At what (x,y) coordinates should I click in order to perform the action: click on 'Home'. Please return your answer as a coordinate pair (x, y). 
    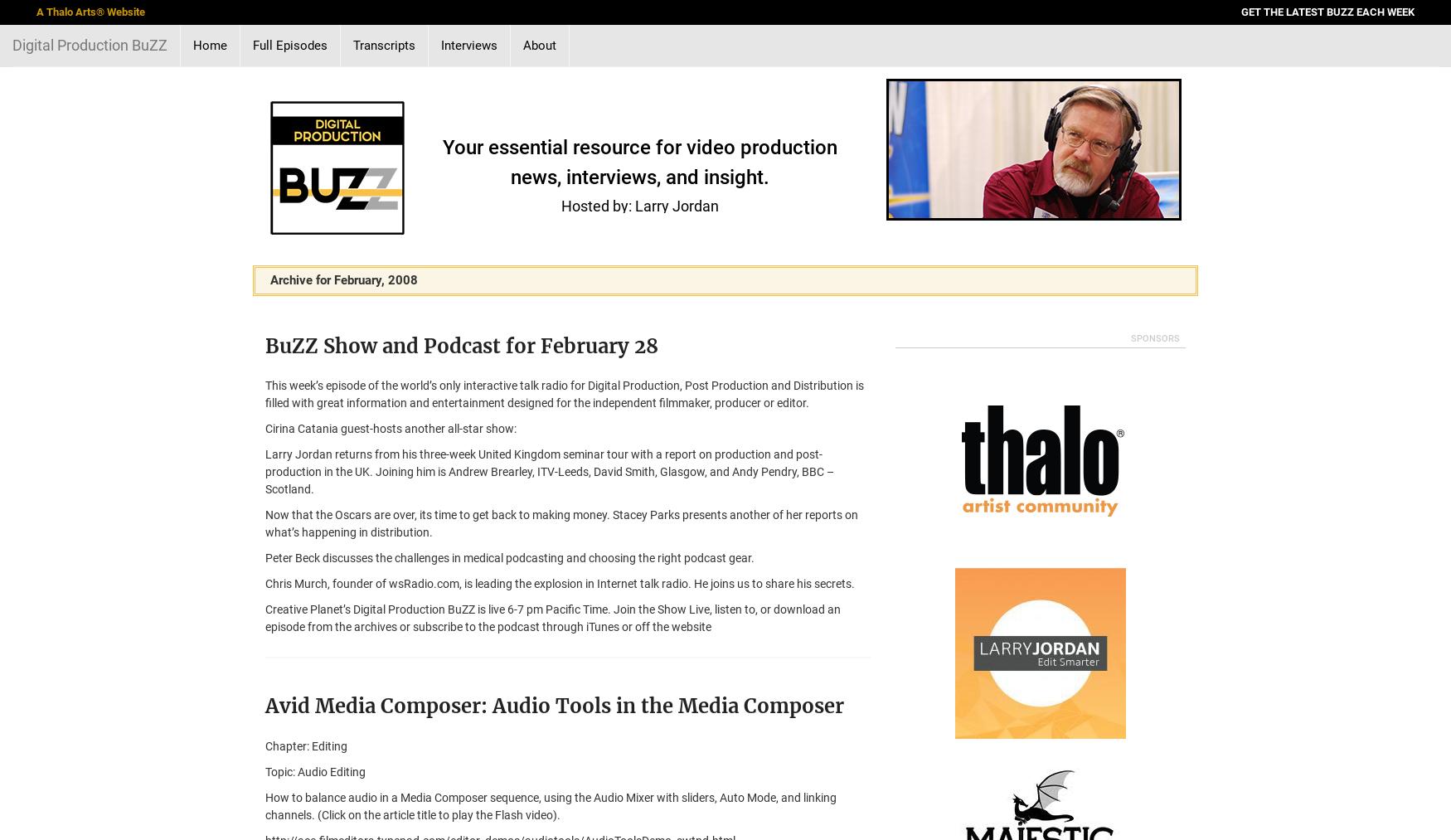
    Looking at the image, I should click on (209, 45).